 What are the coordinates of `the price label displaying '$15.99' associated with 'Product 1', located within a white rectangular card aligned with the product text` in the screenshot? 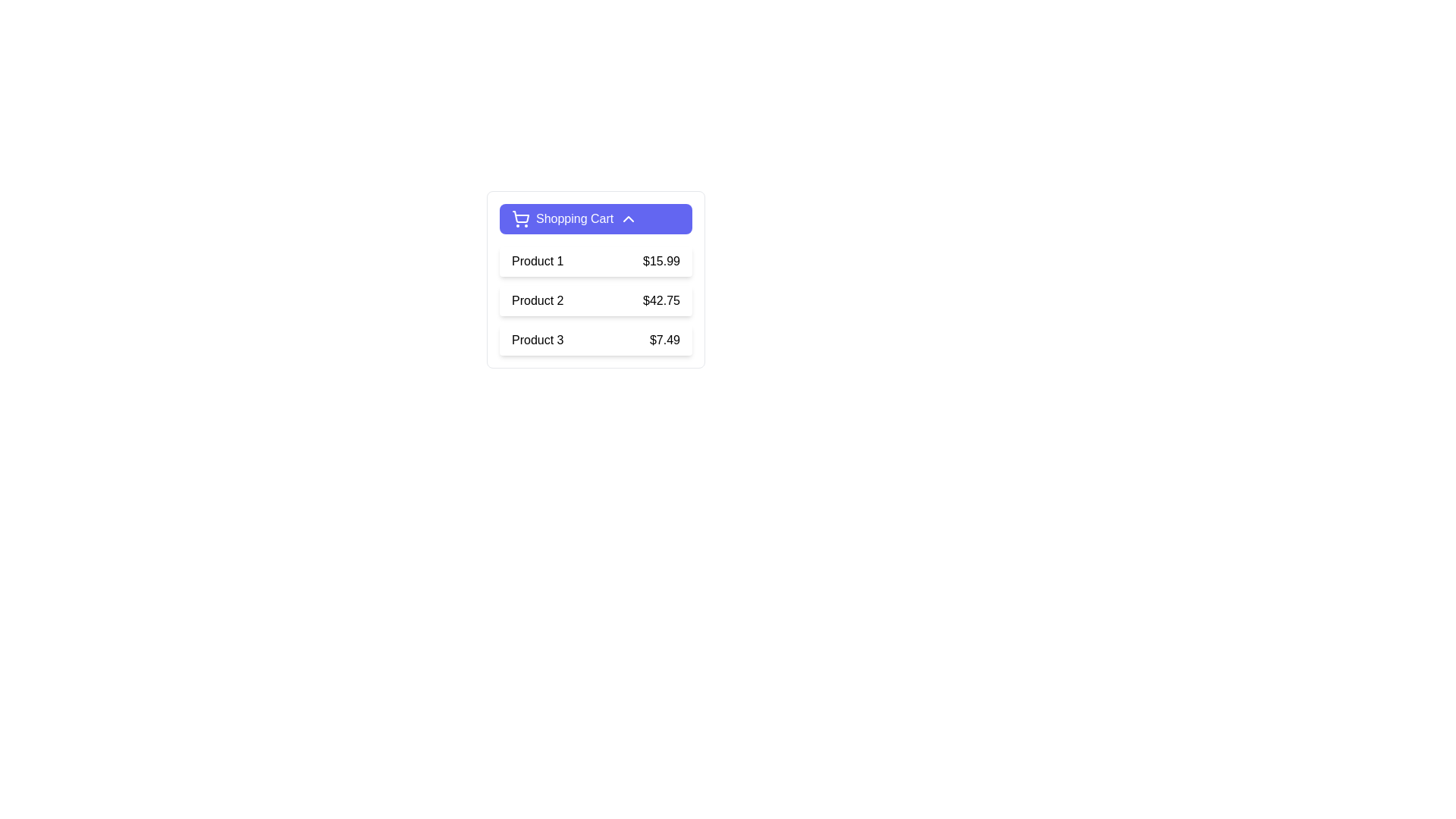 It's located at (661, 260).